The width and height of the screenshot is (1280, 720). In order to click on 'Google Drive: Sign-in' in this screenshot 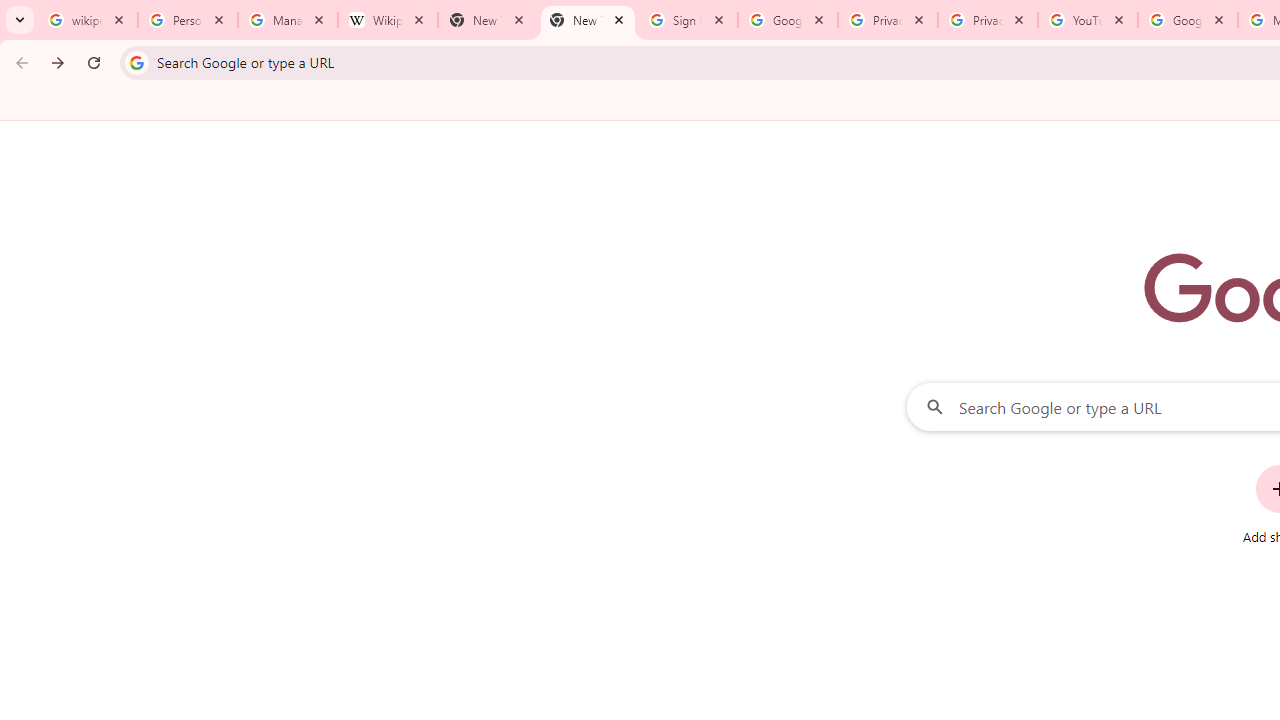, I will do `click(787, 20)`.